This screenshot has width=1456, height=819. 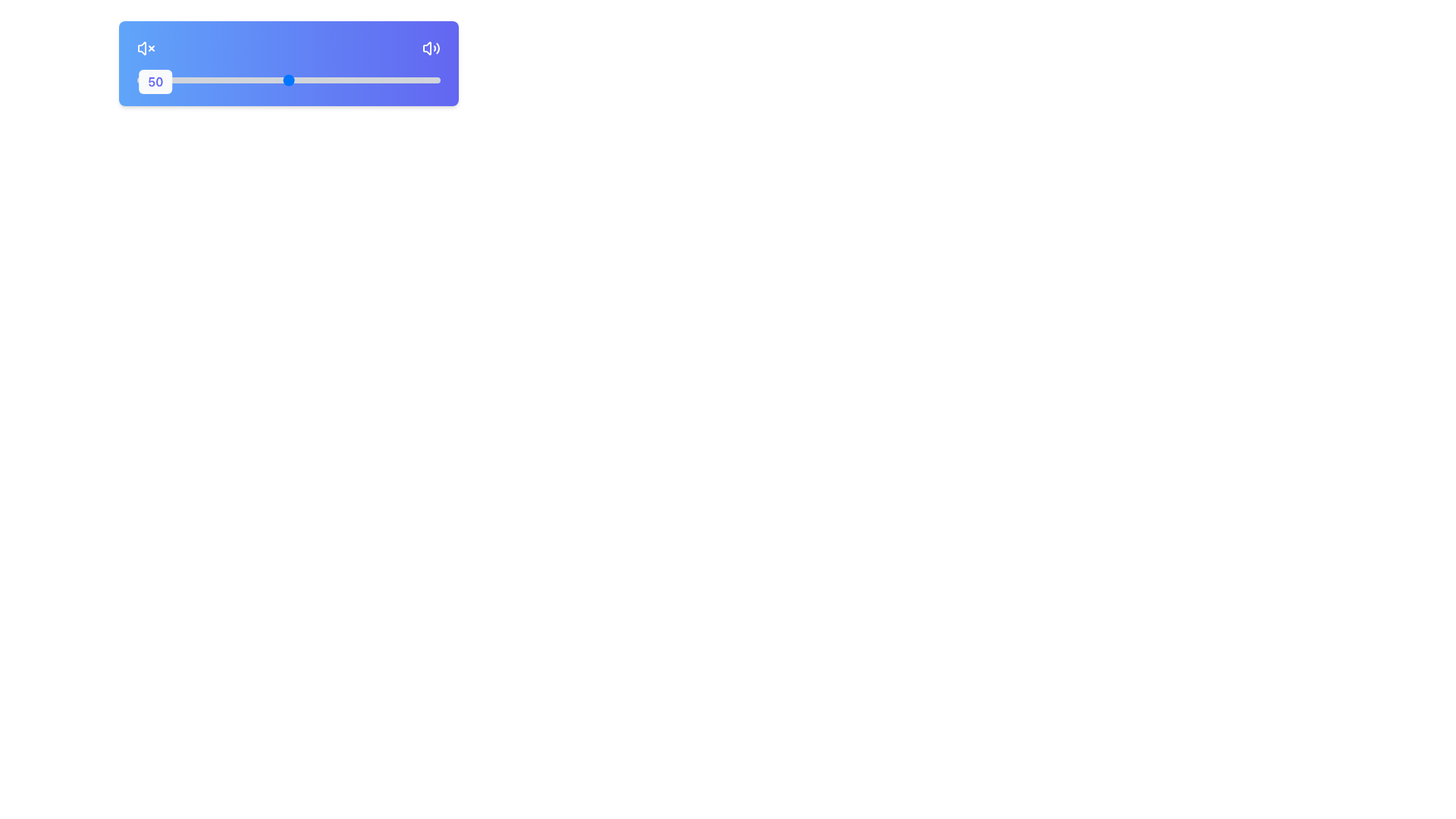 What do you see at coordinates (309, 80) in the screenshot?
I see `the slider value` at bounding box center [309, 80].